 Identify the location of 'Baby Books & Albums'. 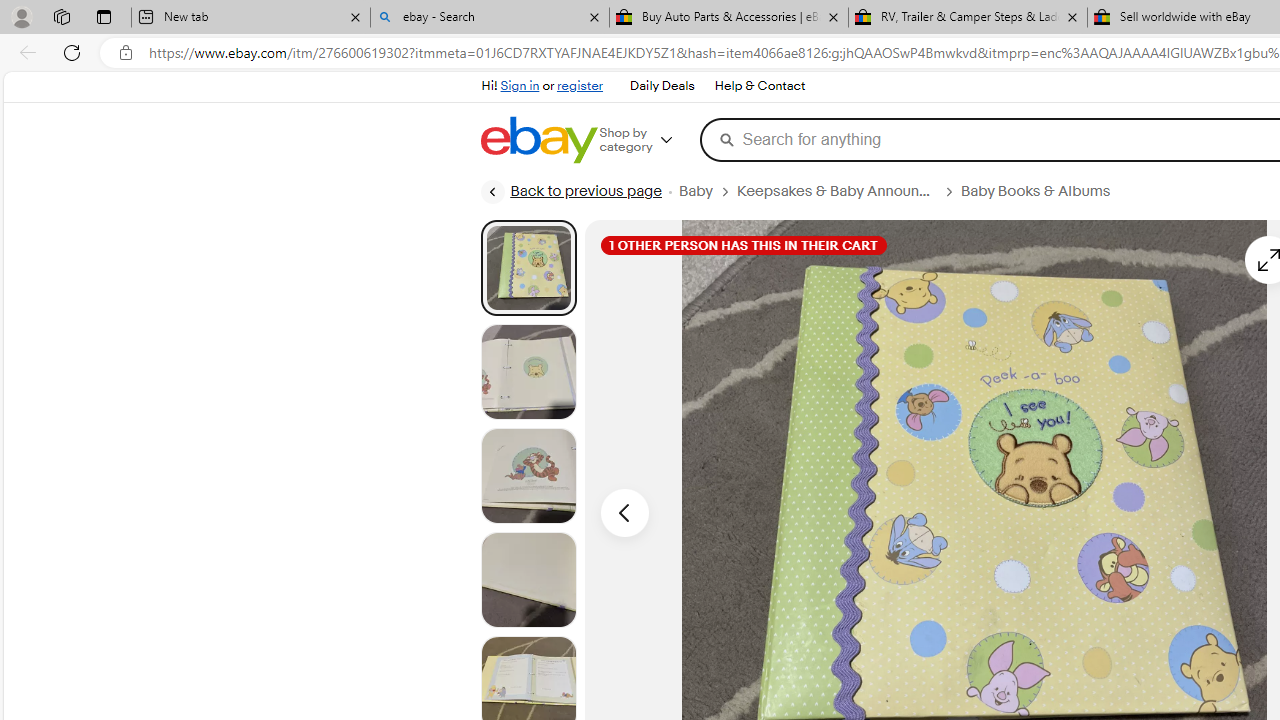
(1035, 191).